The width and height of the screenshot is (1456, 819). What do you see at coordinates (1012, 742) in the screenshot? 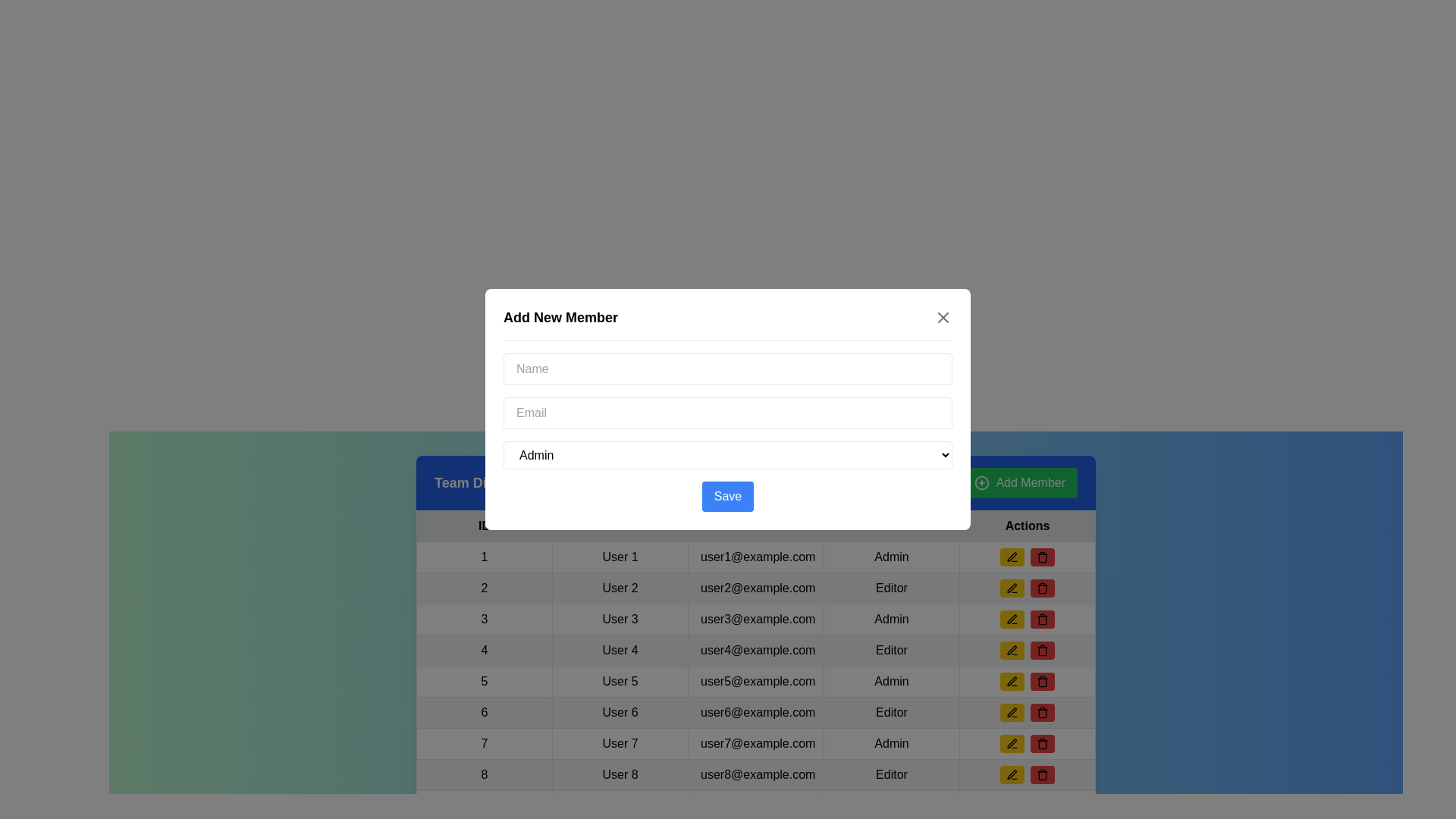
I see `the 'Edit' button located in the 'Actions' column of the table, which includes a recognizable icon as part of its design` at bounding box center [1012, 742].